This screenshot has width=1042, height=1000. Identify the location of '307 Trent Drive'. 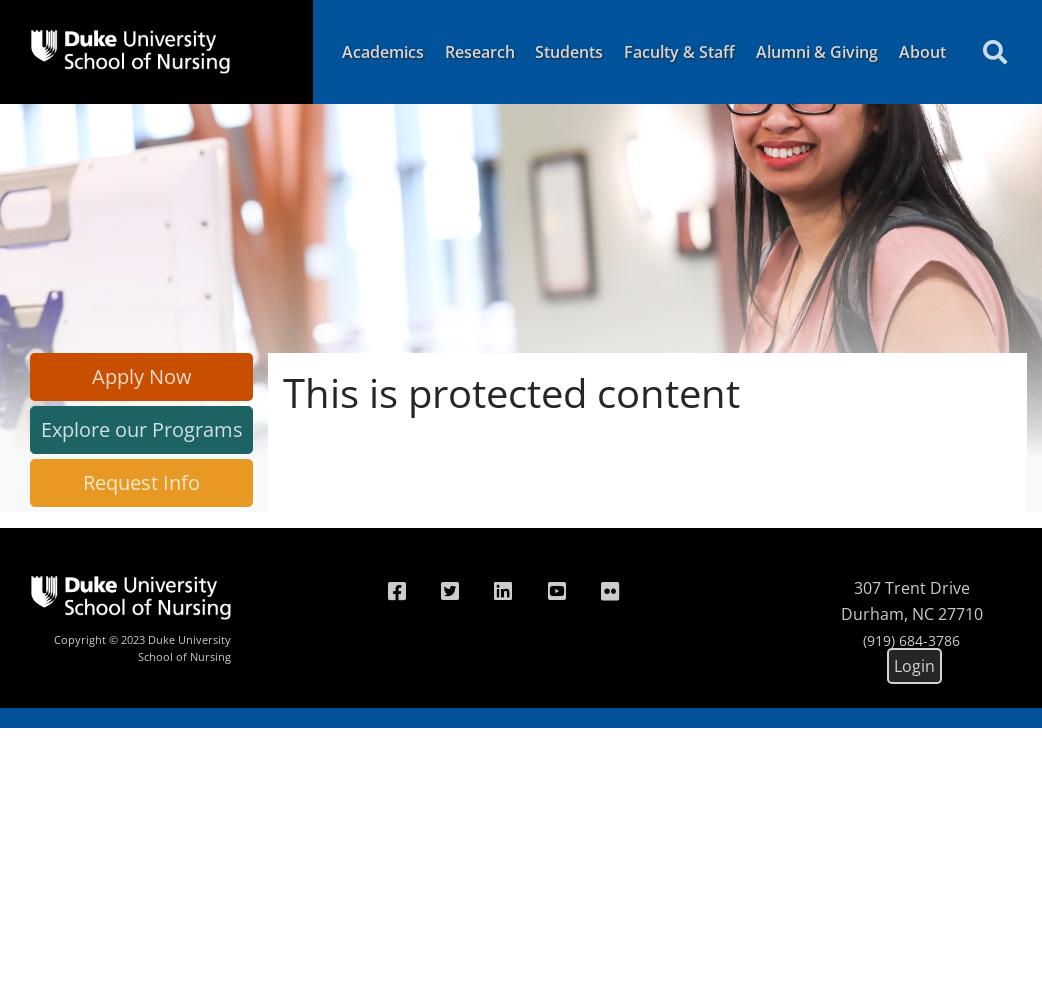
(852, 587).